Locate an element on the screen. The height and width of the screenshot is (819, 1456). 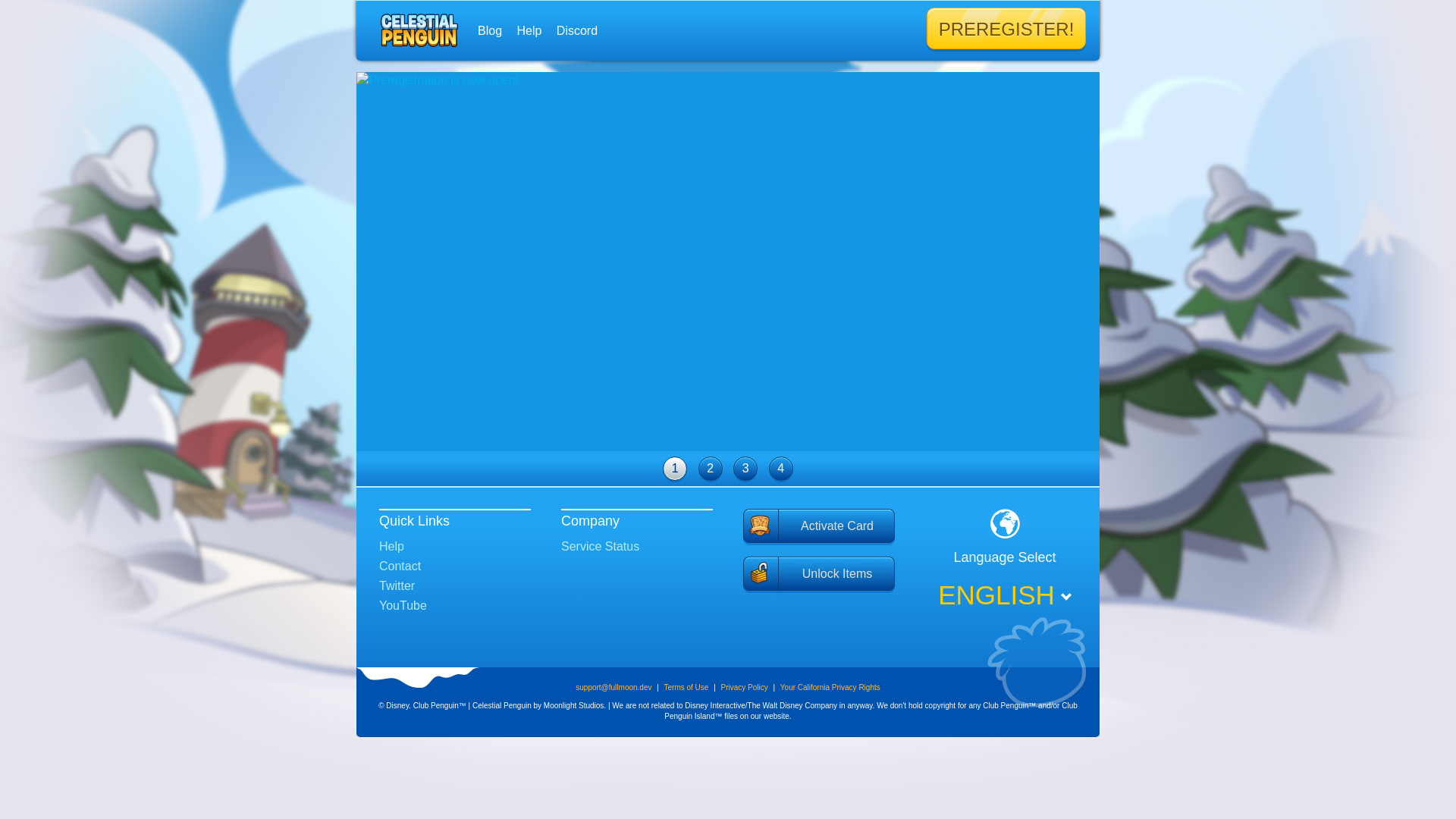
'4' is located at coordinates (768, 467).